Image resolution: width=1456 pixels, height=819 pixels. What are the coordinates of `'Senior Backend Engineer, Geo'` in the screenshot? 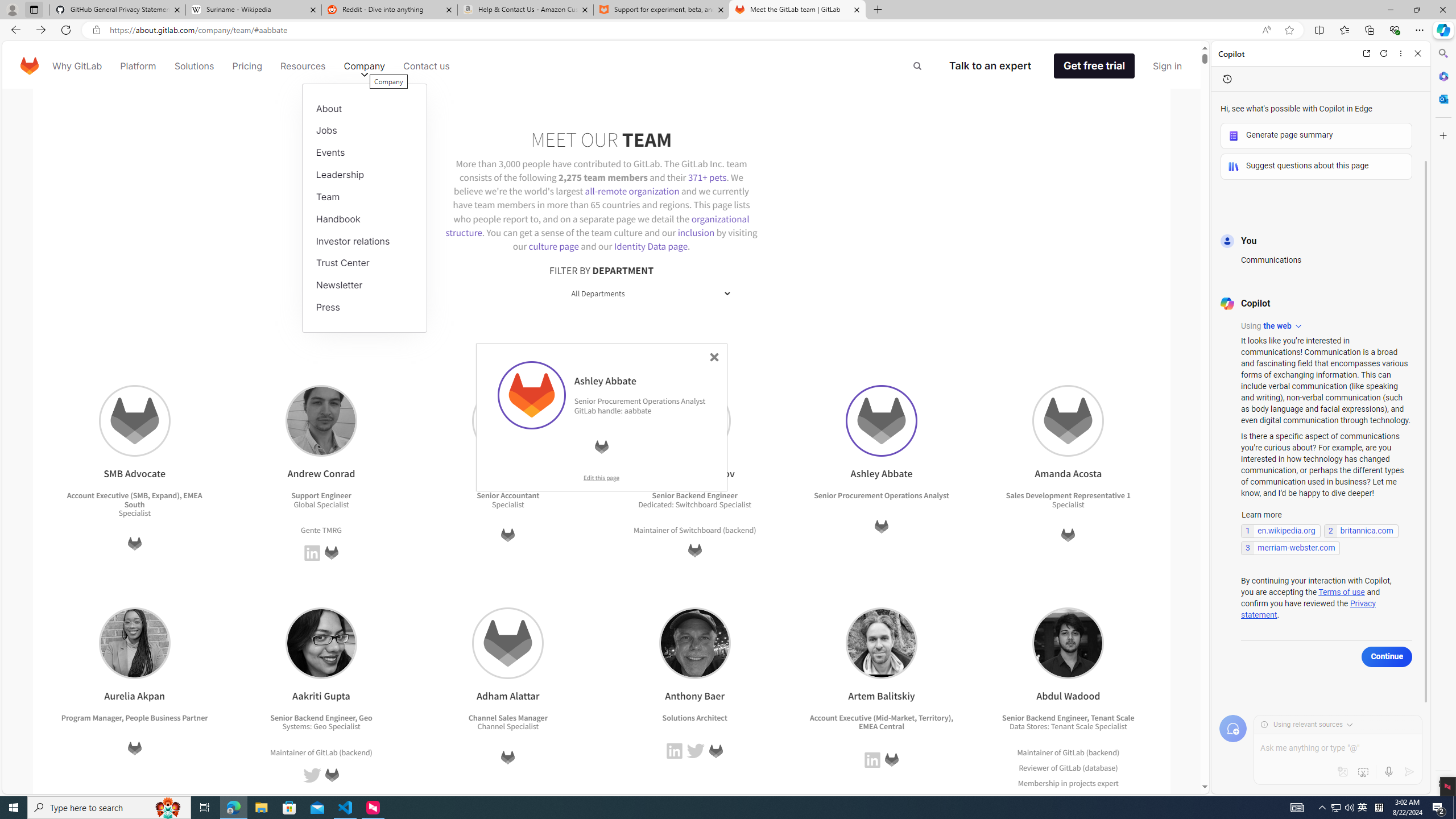 It's located at (321, 717).